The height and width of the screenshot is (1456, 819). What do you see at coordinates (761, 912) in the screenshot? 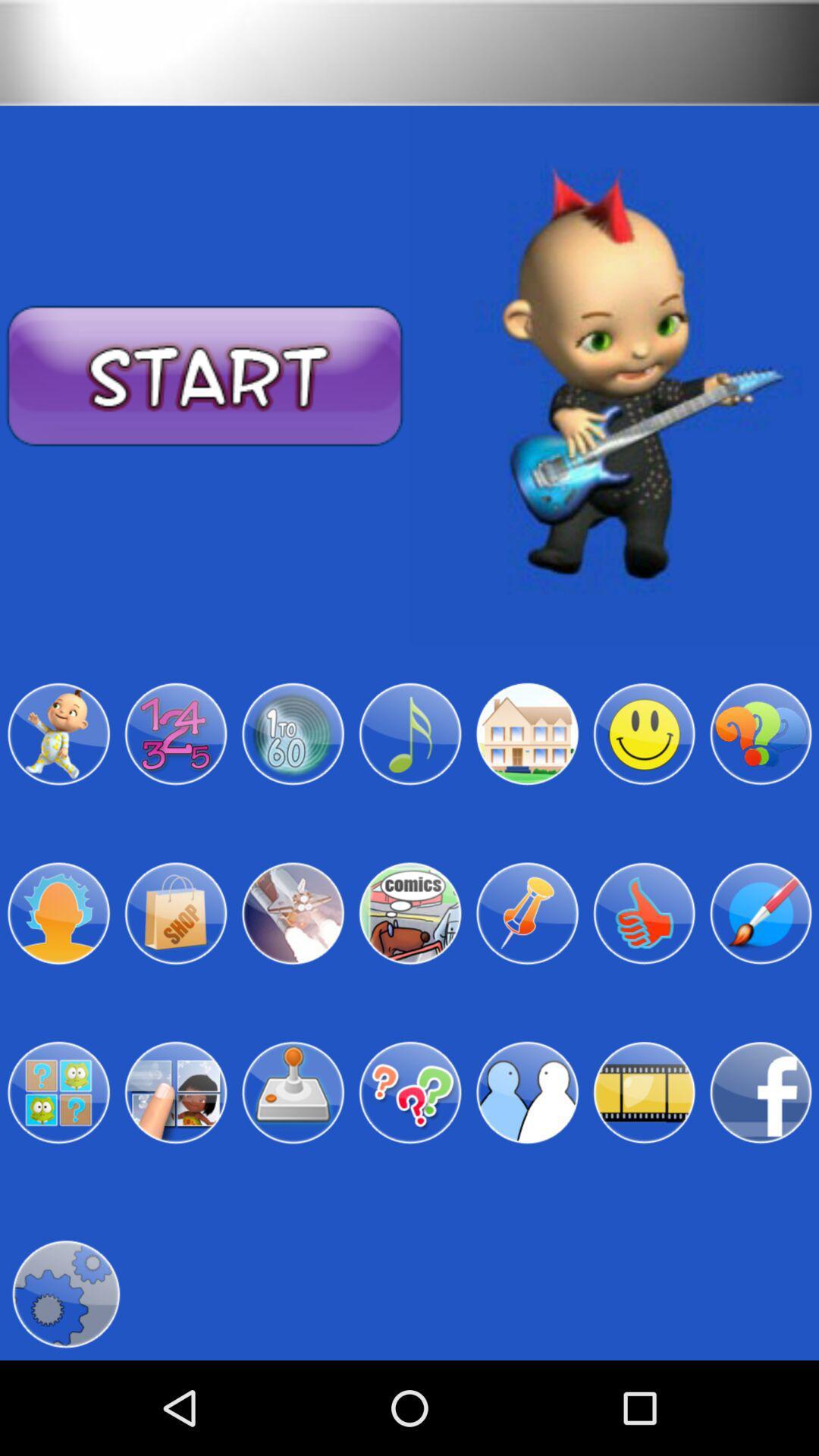
I see `choose profile` at bounding box center [761, 912].